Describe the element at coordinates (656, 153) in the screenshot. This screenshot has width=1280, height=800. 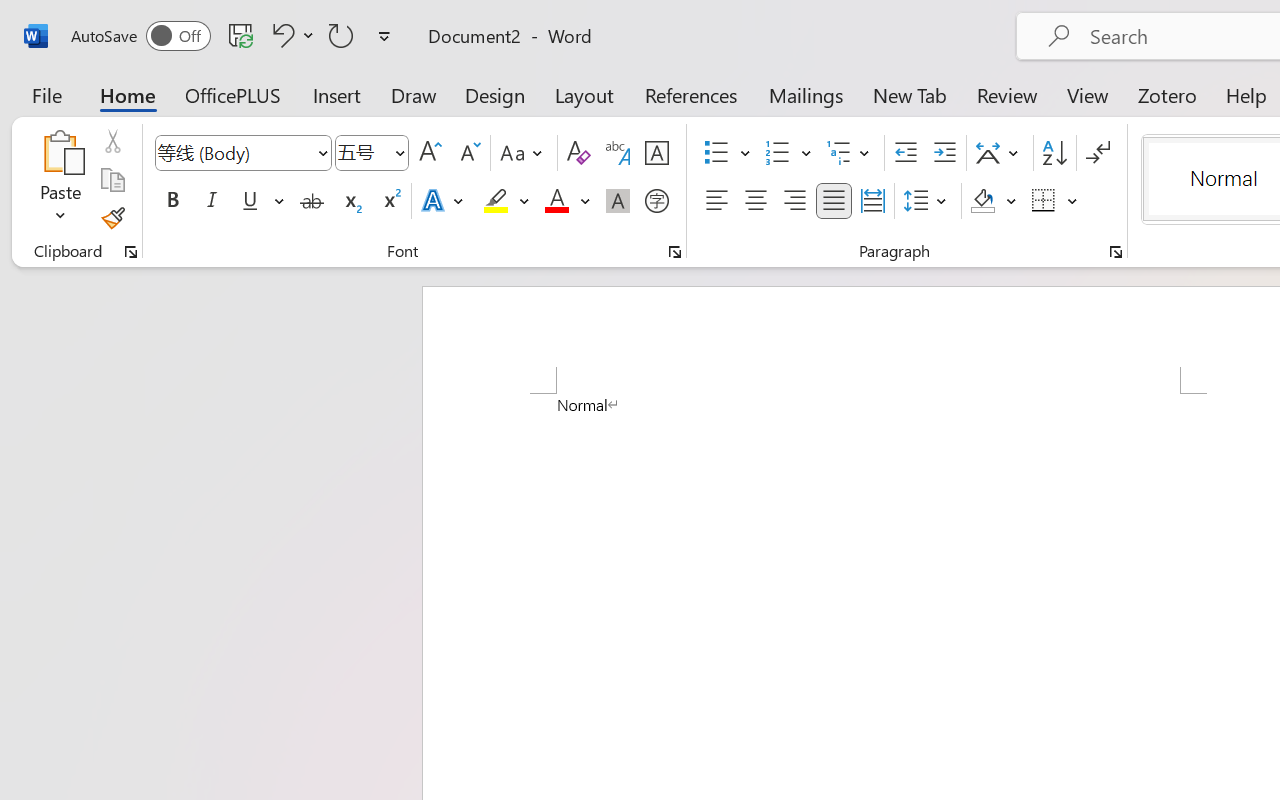
I see `'Character Border'` at that location.